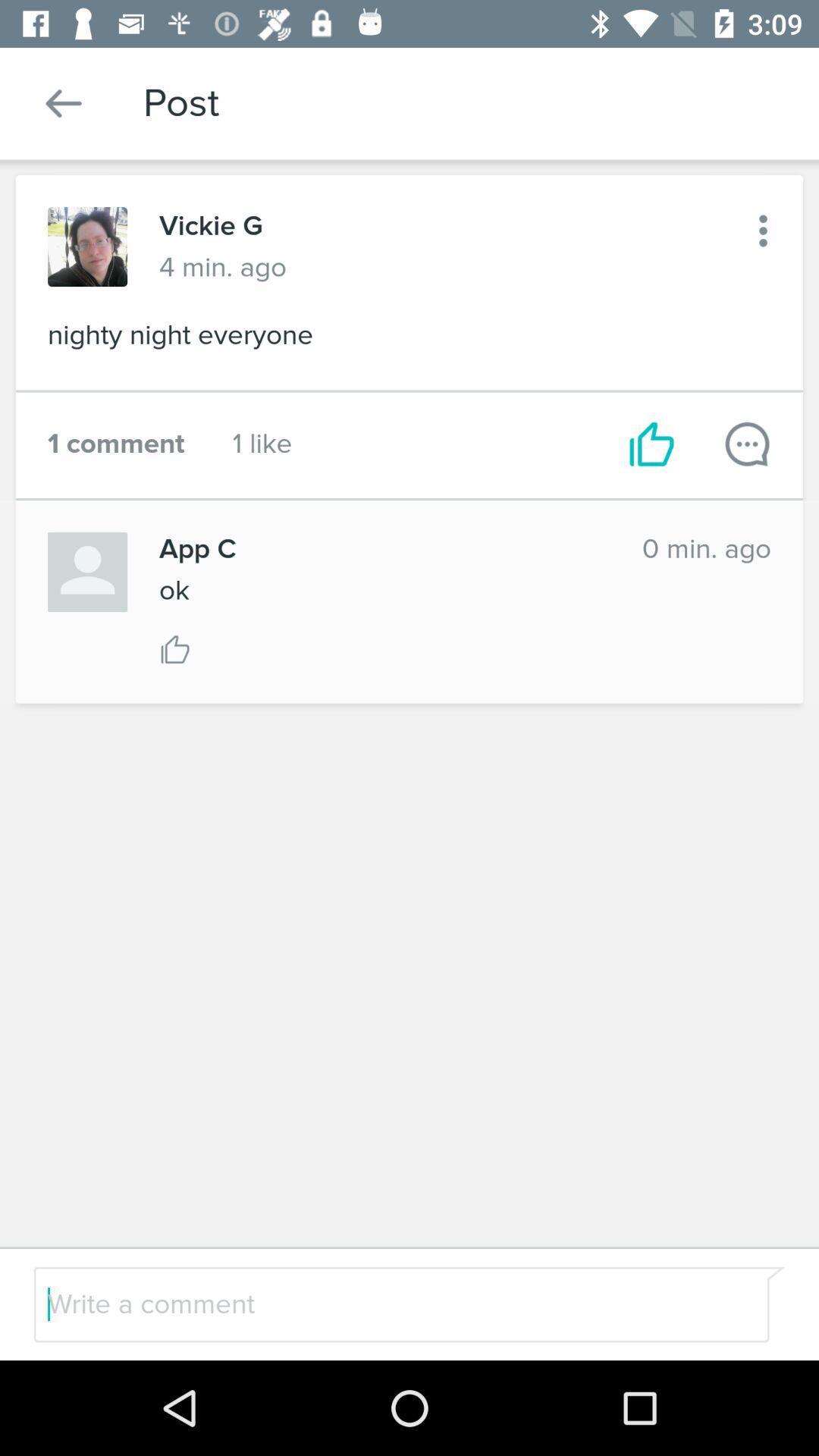 This screenshot has width=819, height=1456. I want to click on icon above ok item, so click(384, 548).